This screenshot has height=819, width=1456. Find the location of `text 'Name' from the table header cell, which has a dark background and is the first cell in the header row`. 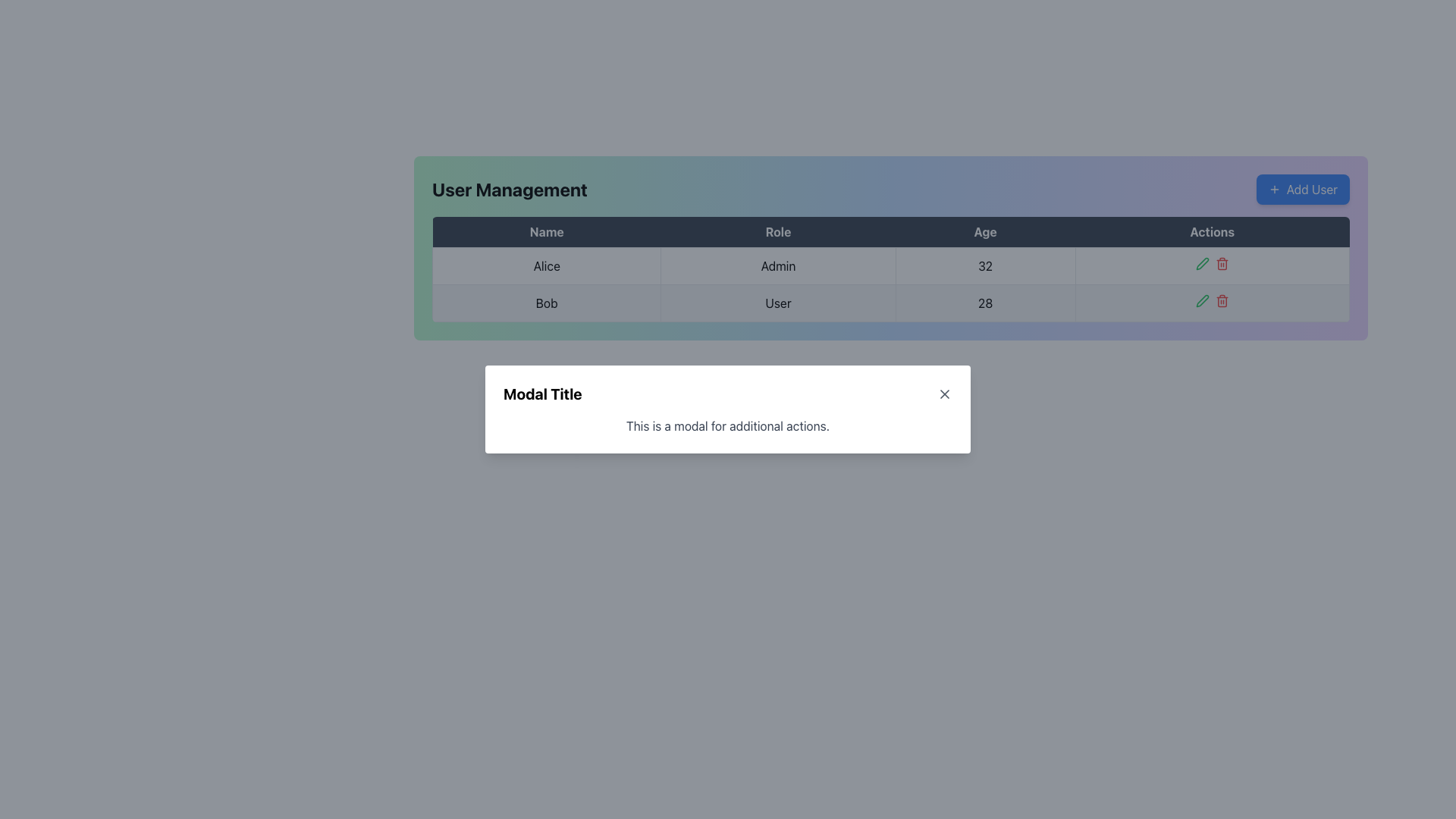

text 'Name' from the table header cell, which has a dark background and is the first cell in the header row is located at coordinates (546, 232).